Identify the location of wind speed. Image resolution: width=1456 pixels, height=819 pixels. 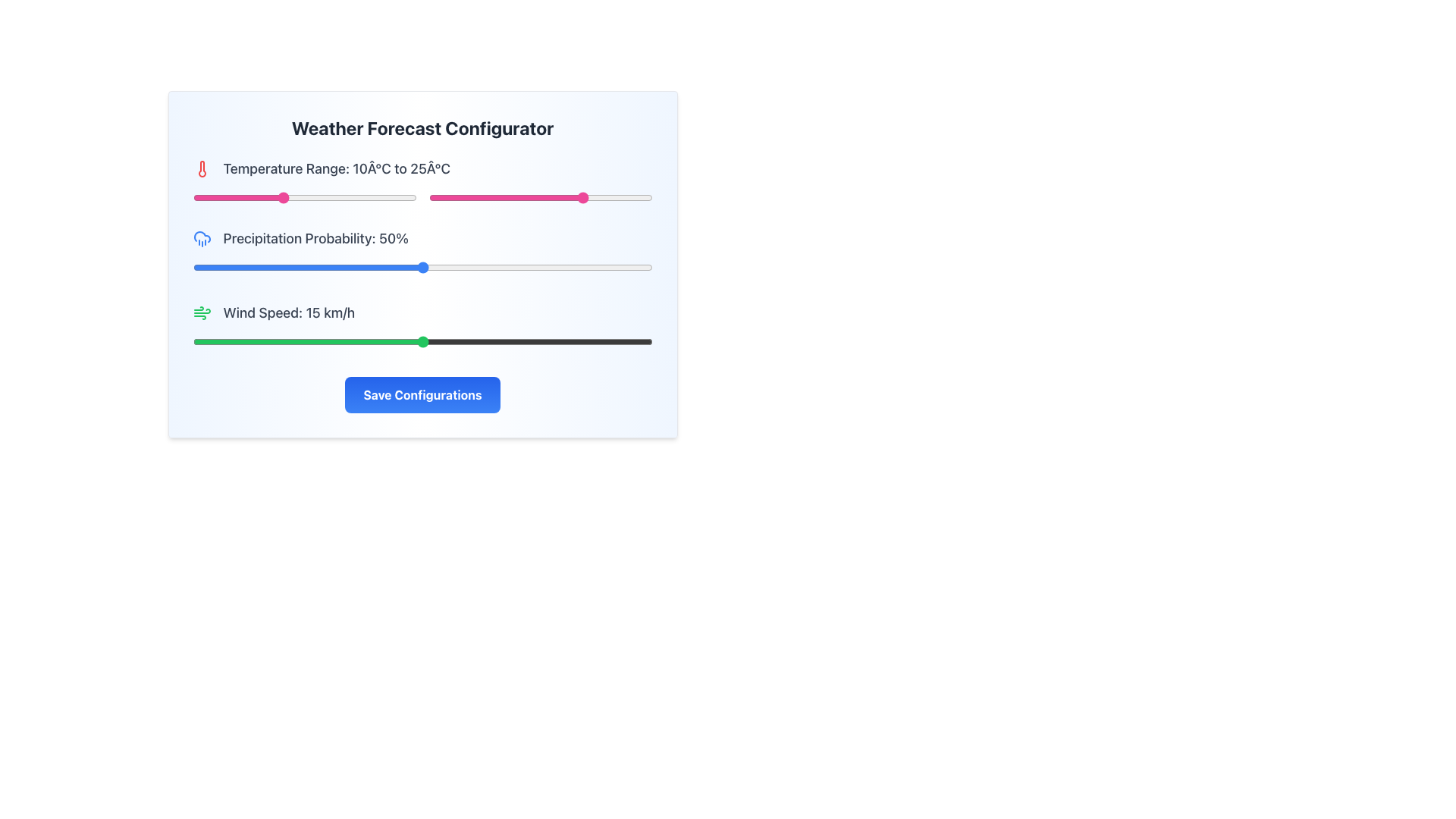
(560, 342).